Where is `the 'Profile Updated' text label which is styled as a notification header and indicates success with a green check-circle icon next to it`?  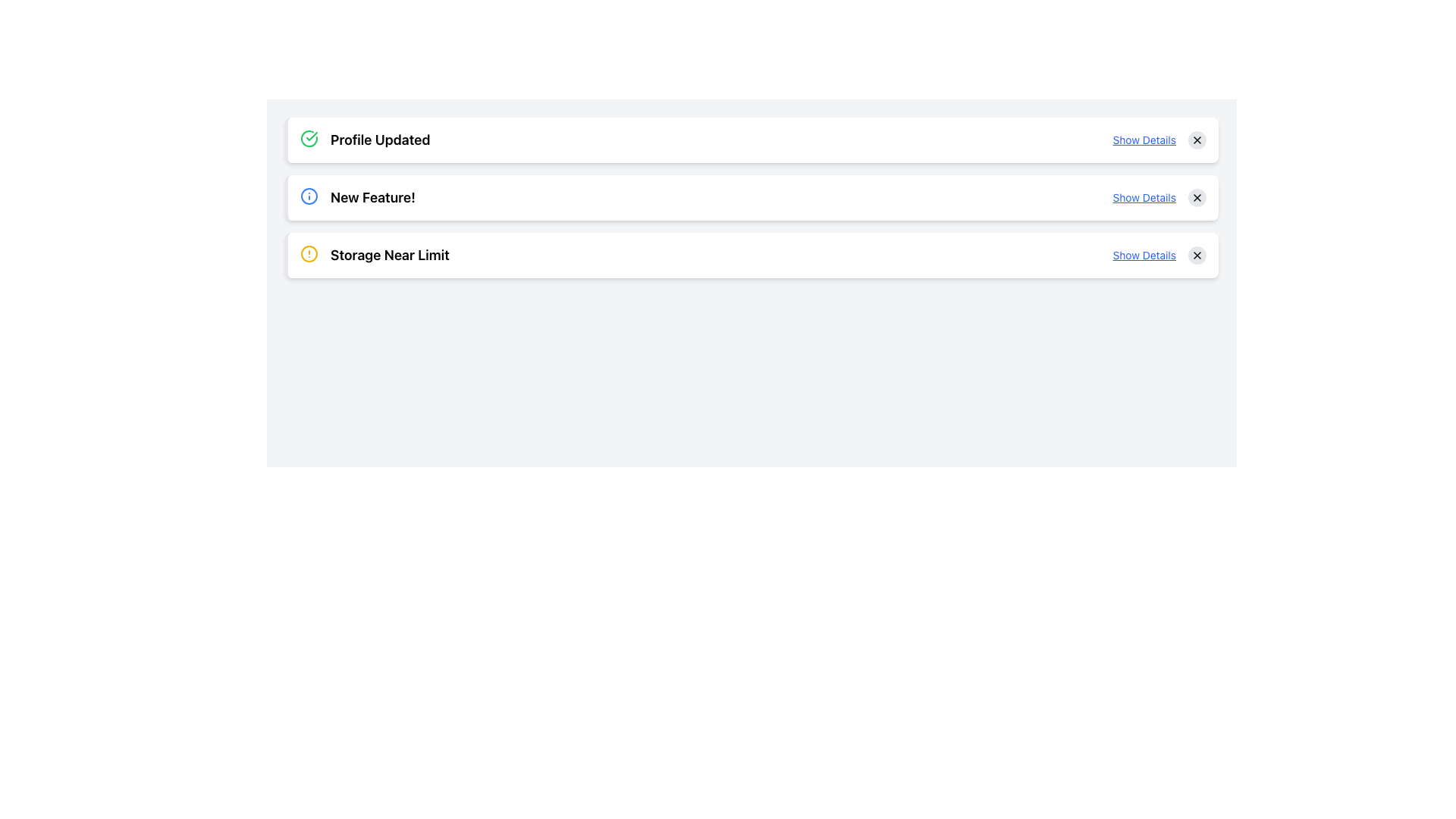 the 'Profile Updated' text label which is styled as a notification header and indicates success with a green check-circle icon next to it is located at coordinates (380, 140).